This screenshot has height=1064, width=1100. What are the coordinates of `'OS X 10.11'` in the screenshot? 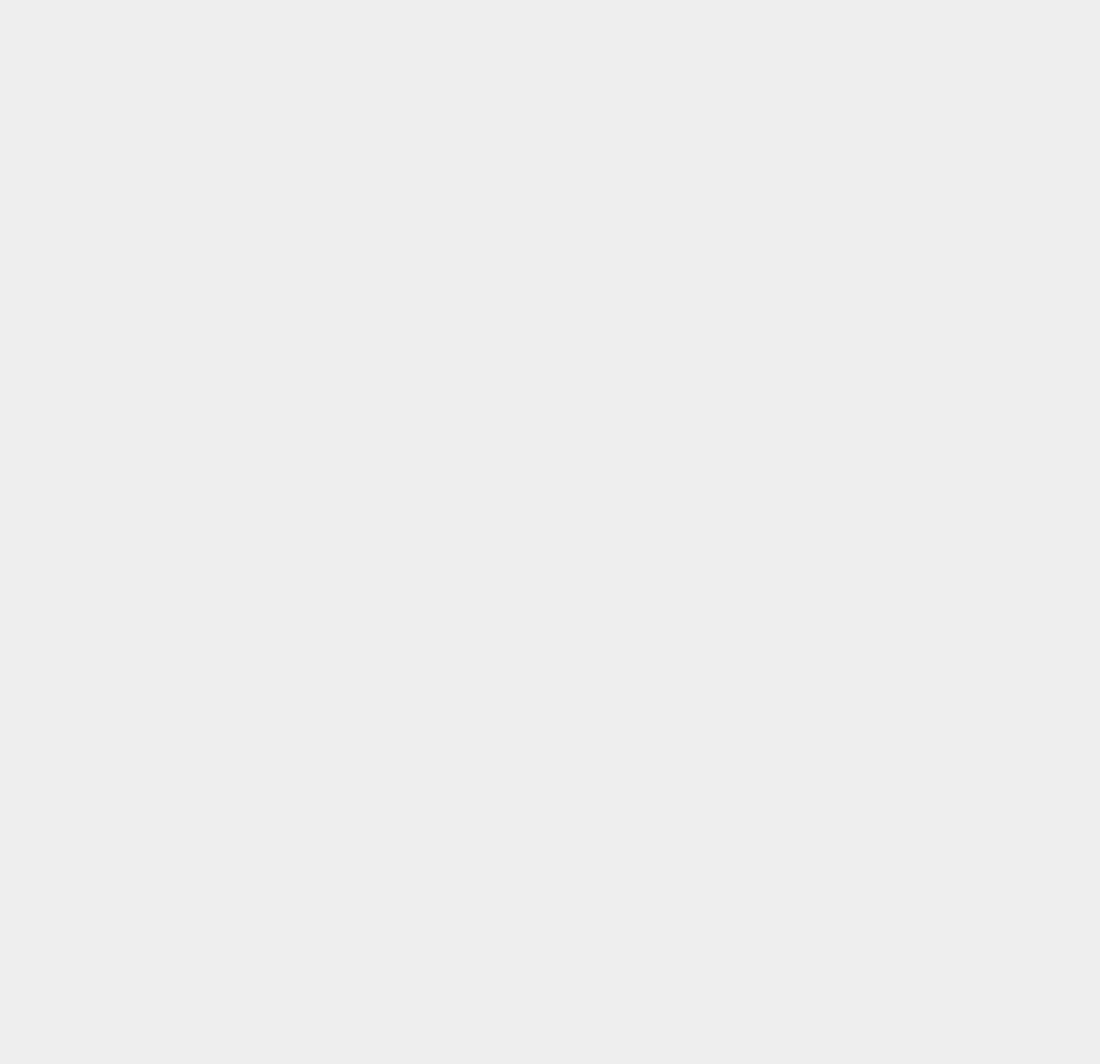 It's located at (812, 174).